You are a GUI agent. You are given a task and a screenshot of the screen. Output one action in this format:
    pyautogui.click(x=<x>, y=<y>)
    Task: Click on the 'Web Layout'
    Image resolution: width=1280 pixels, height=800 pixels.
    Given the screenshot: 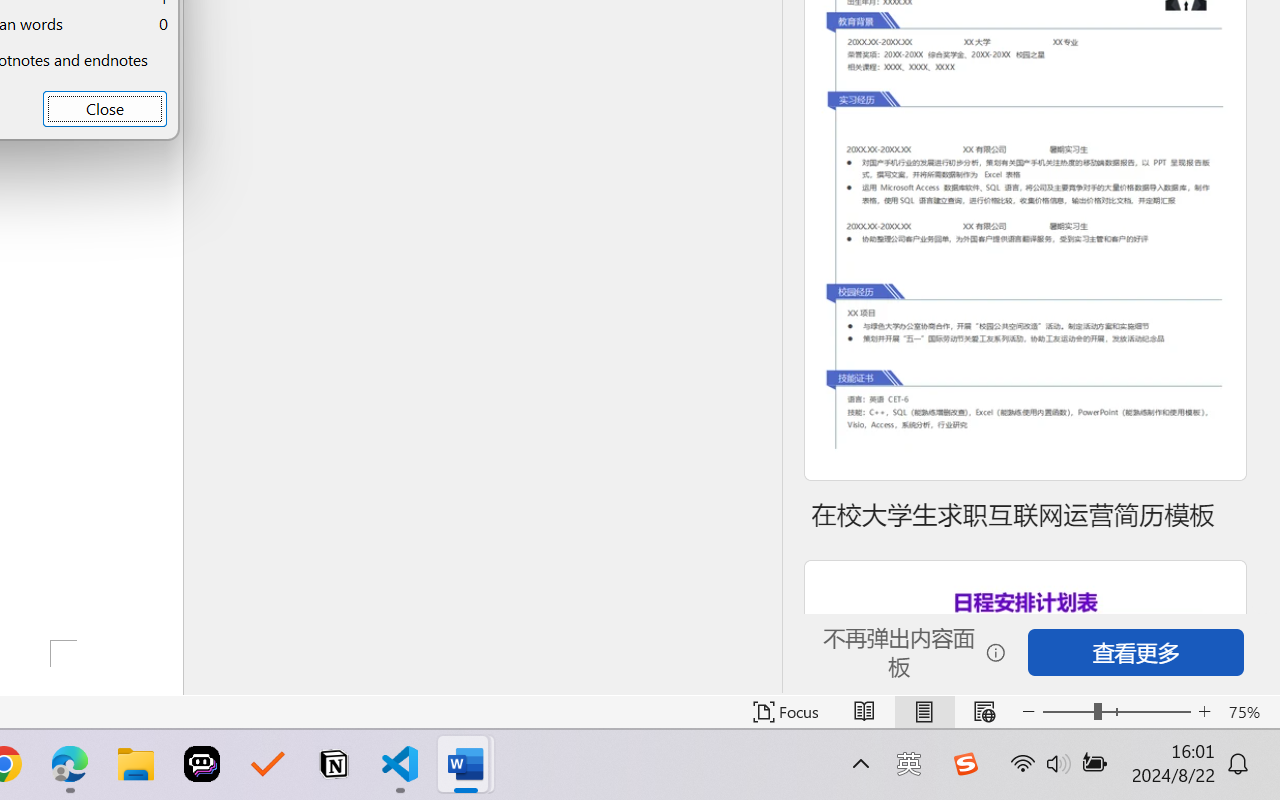 What is the action you would take?
    pyautogui.click(x=984, y=711)
    